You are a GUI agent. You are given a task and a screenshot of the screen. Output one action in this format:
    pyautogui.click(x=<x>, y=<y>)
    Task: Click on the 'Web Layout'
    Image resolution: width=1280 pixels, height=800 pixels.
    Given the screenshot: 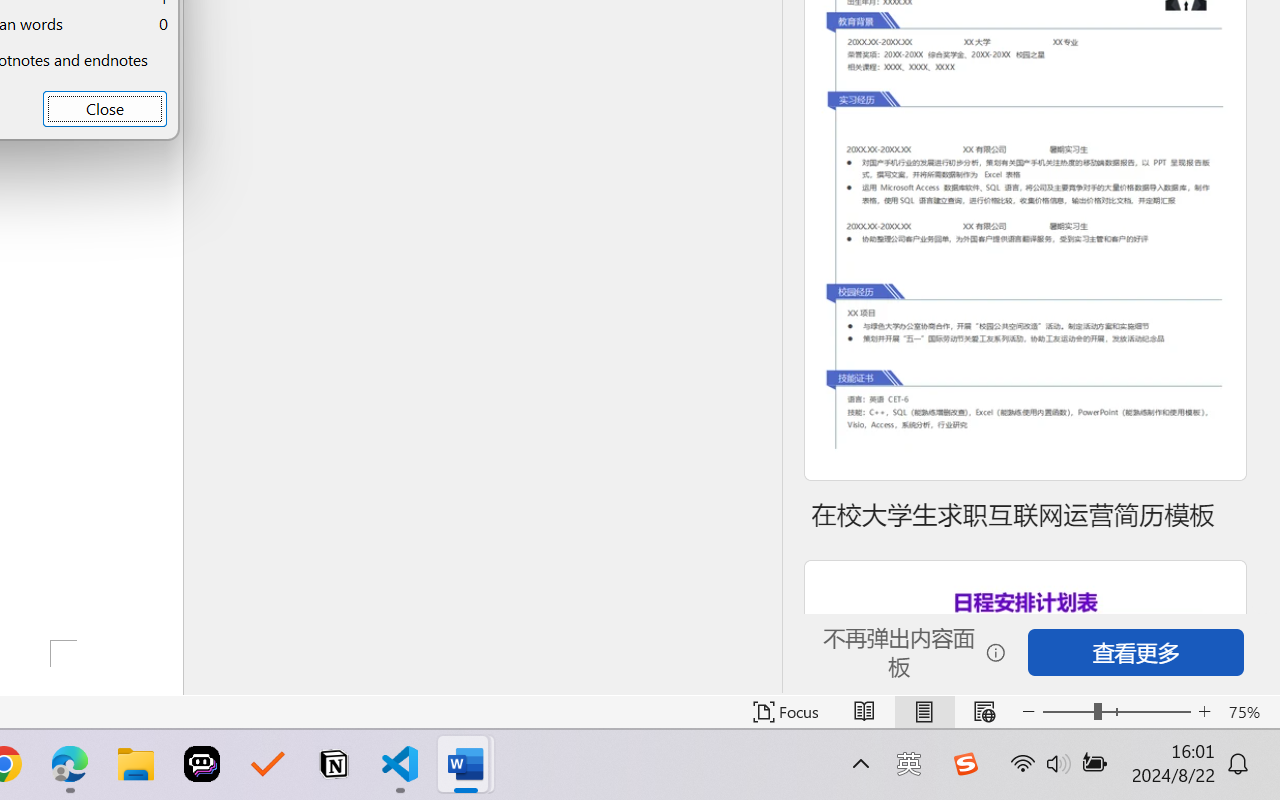 What is the action you would take?
    pyautogui.click(x=984, y=711)
    